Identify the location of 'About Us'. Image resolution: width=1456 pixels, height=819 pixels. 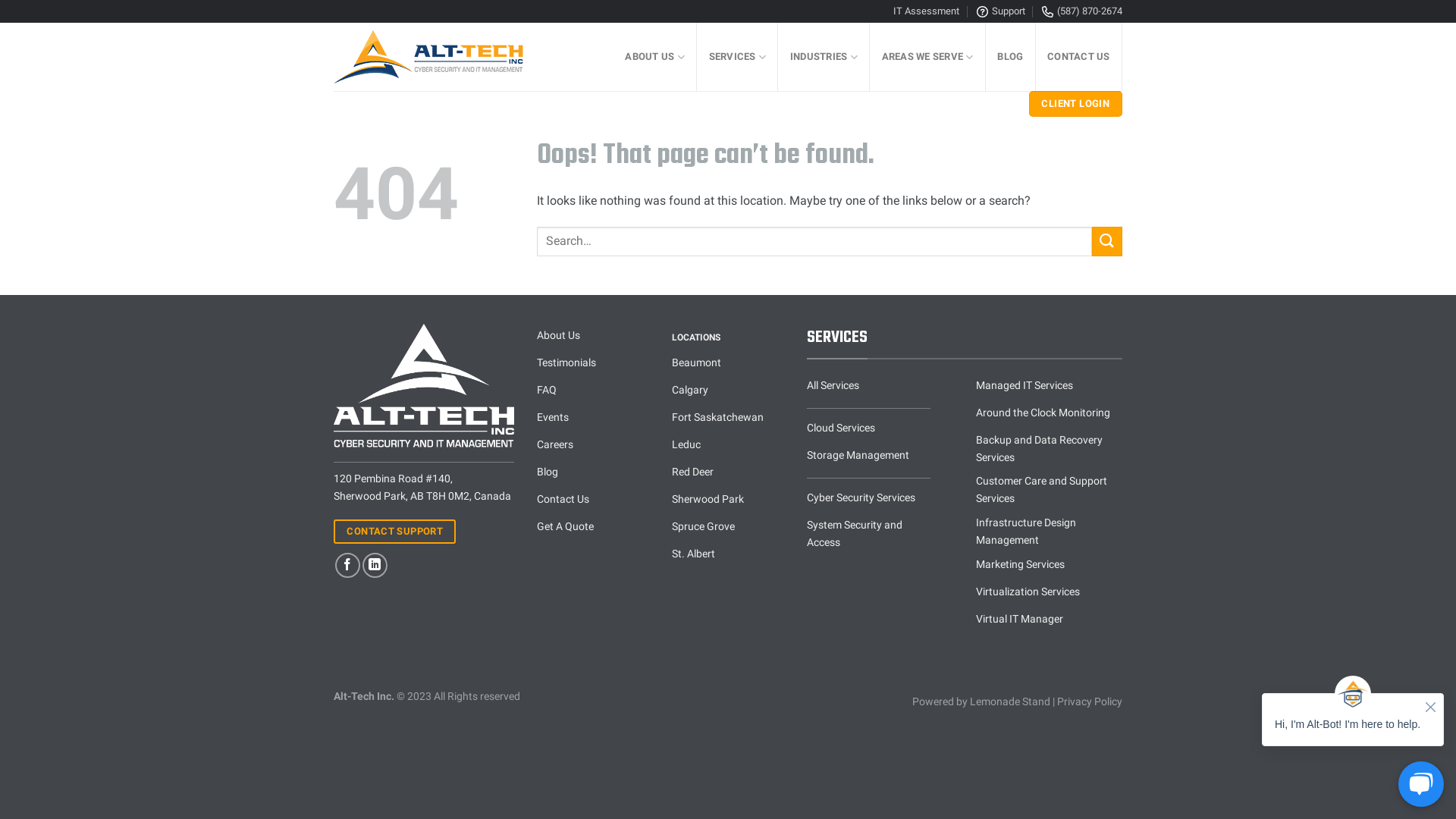
(592, 336).